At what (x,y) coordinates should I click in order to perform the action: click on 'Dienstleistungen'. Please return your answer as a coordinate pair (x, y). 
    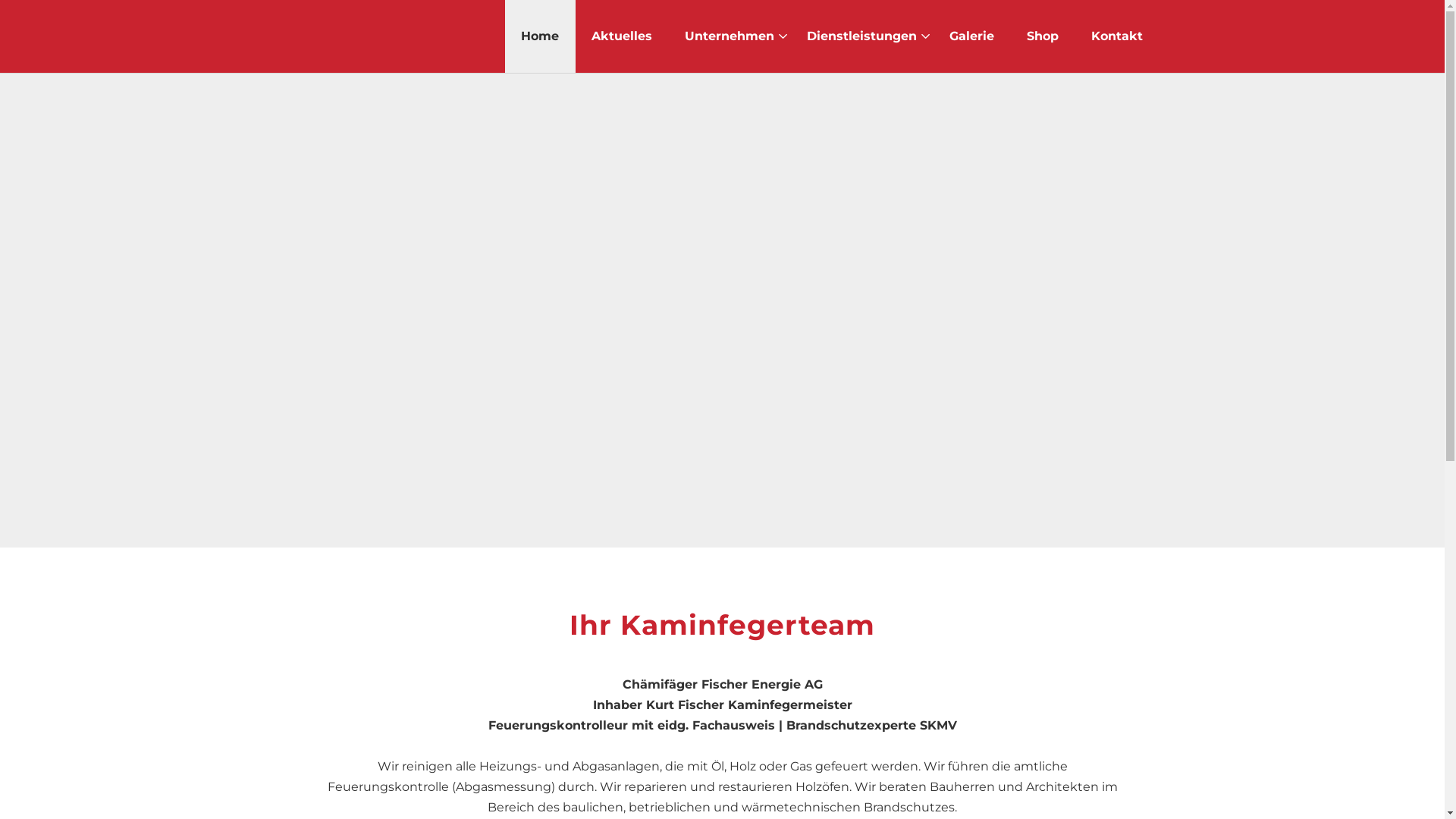
    Looking at the image, I should click on (861, 35).